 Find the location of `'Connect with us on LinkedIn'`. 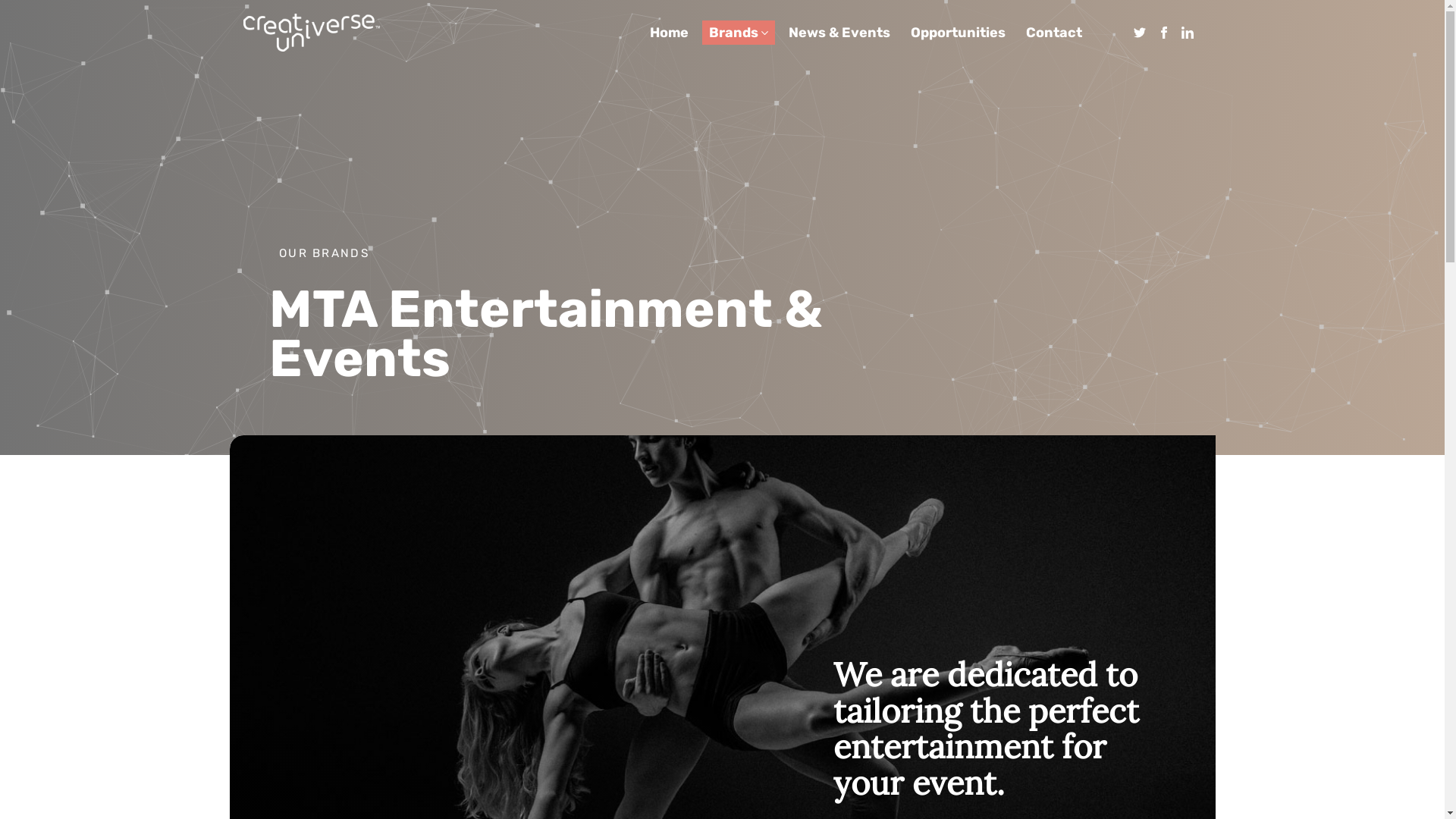

'Connect with us on LinkedIn' is located at coordinates (1186, 33).